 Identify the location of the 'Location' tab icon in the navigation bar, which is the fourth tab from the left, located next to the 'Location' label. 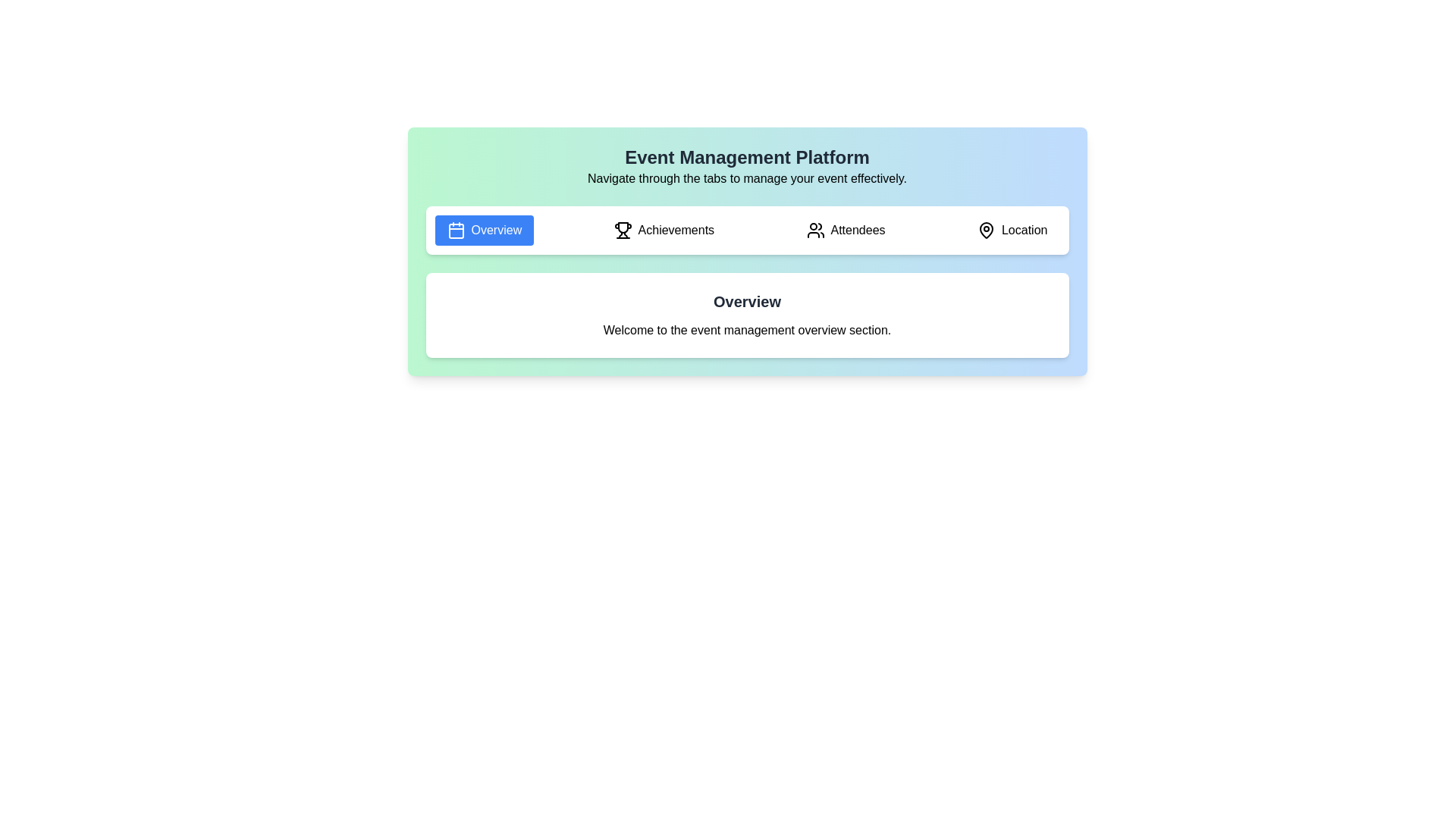
(986, 231).